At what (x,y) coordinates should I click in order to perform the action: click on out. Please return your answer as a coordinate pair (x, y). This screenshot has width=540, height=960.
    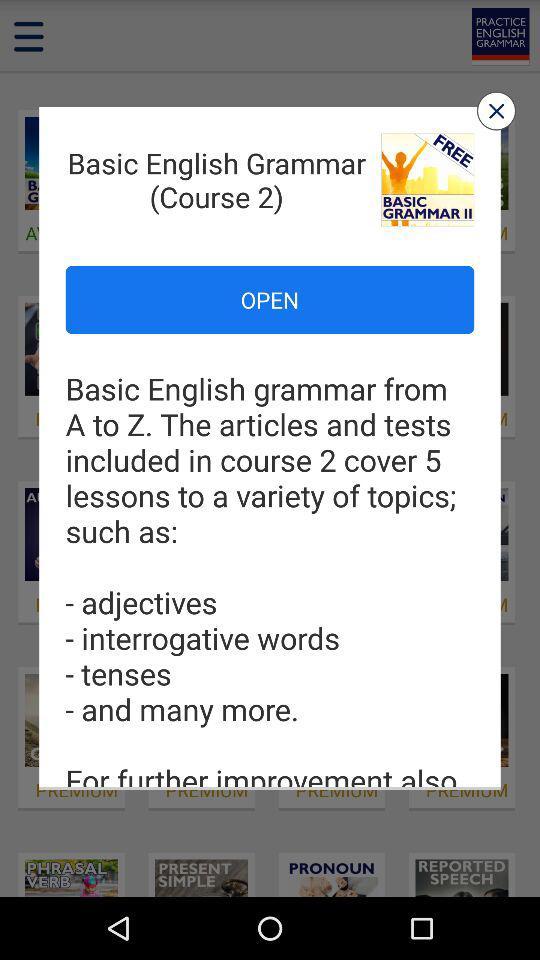
    Looking at the image, I should click on (495, 111).